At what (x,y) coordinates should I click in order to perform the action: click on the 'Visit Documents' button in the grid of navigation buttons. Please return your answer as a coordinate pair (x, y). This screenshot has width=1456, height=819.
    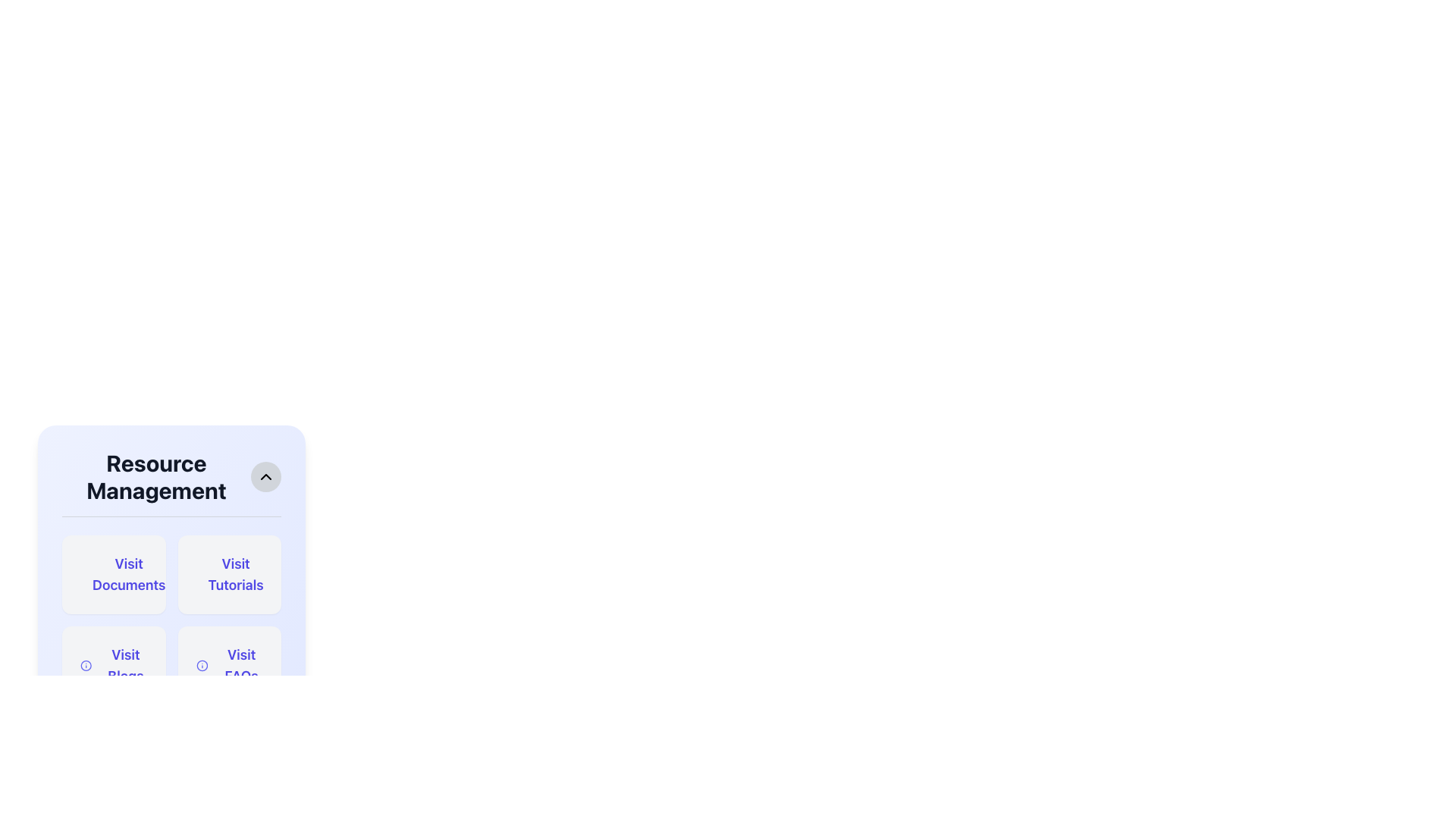
    Looking at the image, I should click on (171, 620).